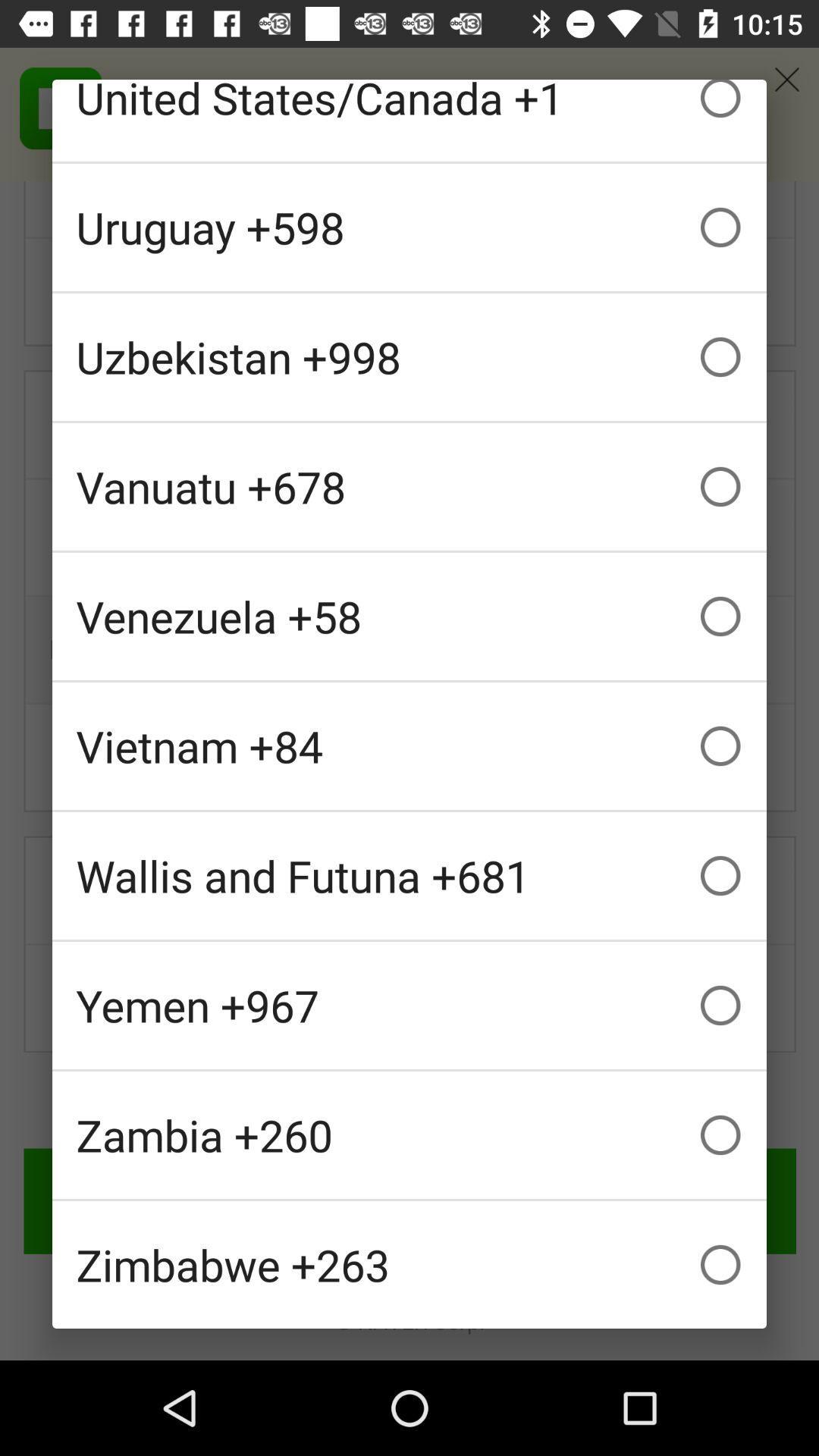 The width and height of the screenshot is (819, 1456). Describe the element at coordinates (409, 1005) in the screenshot. I see `item below wallis and futuna item` at that location.